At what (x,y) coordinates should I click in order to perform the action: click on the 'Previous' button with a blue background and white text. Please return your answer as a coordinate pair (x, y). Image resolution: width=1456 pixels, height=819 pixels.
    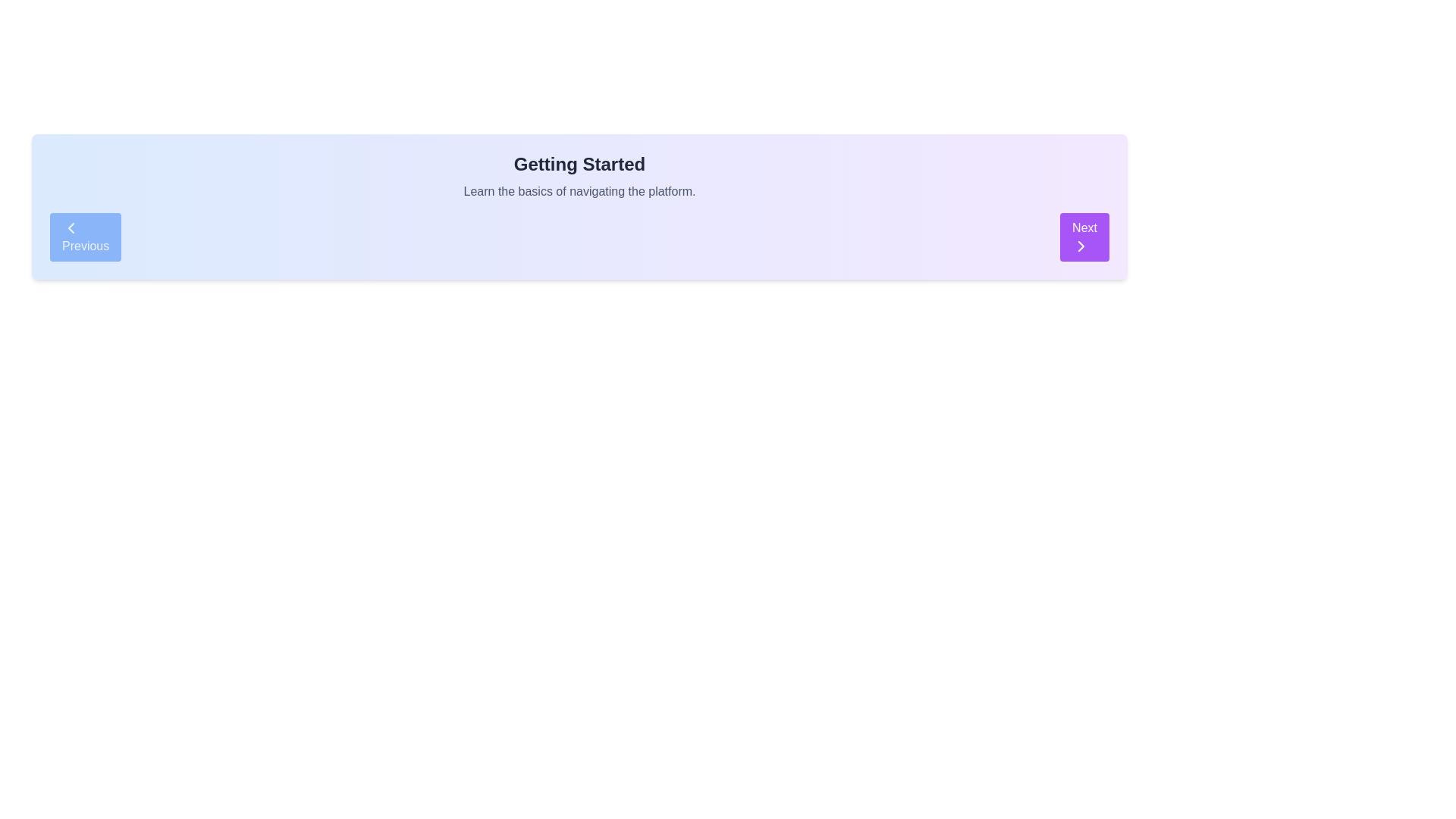
    Looking at the image, I should click on (85, 237).